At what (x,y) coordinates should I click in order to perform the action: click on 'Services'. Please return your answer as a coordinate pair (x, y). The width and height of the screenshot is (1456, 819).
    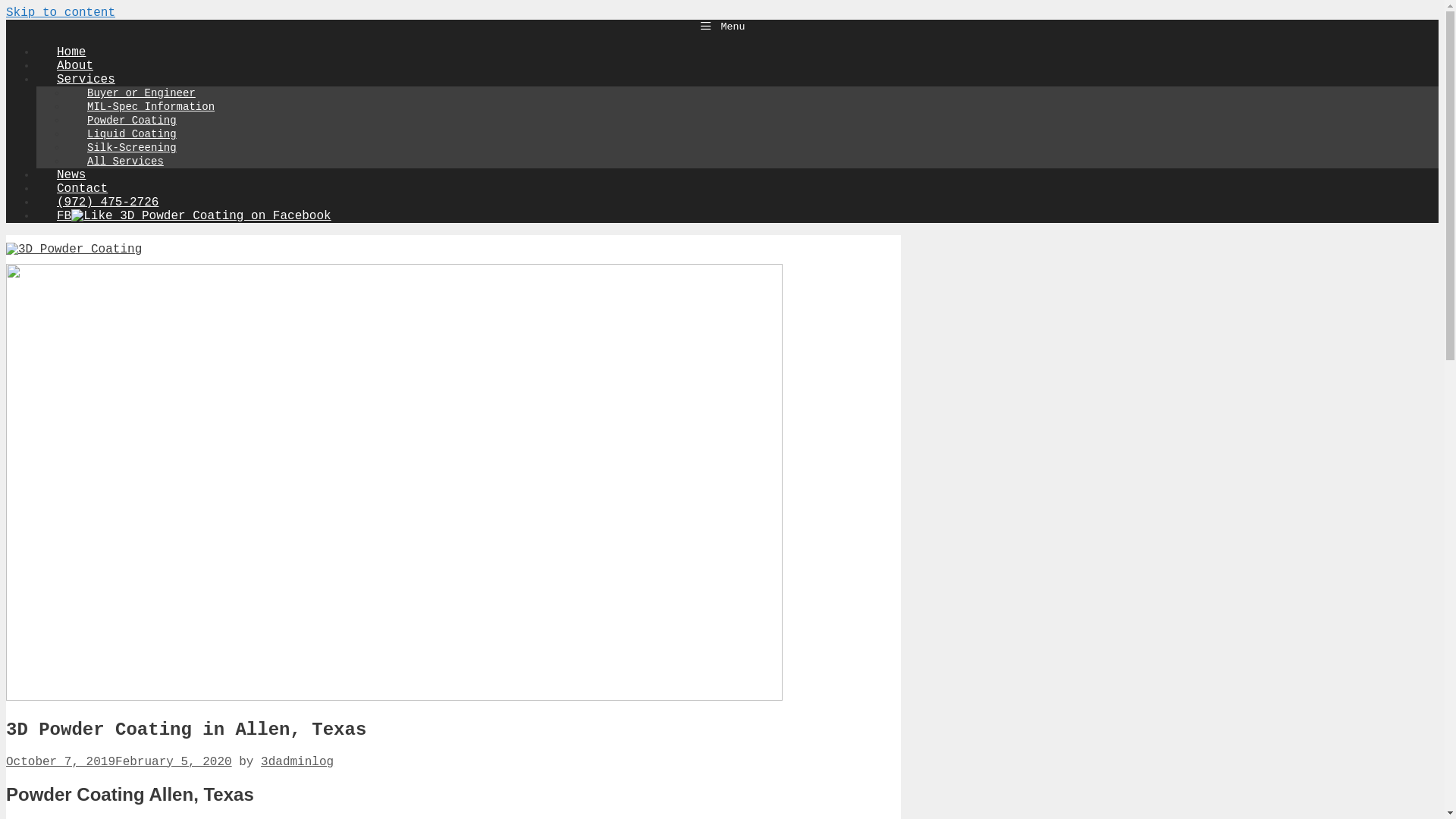
    Looking at the image, I should click on (95, 79).